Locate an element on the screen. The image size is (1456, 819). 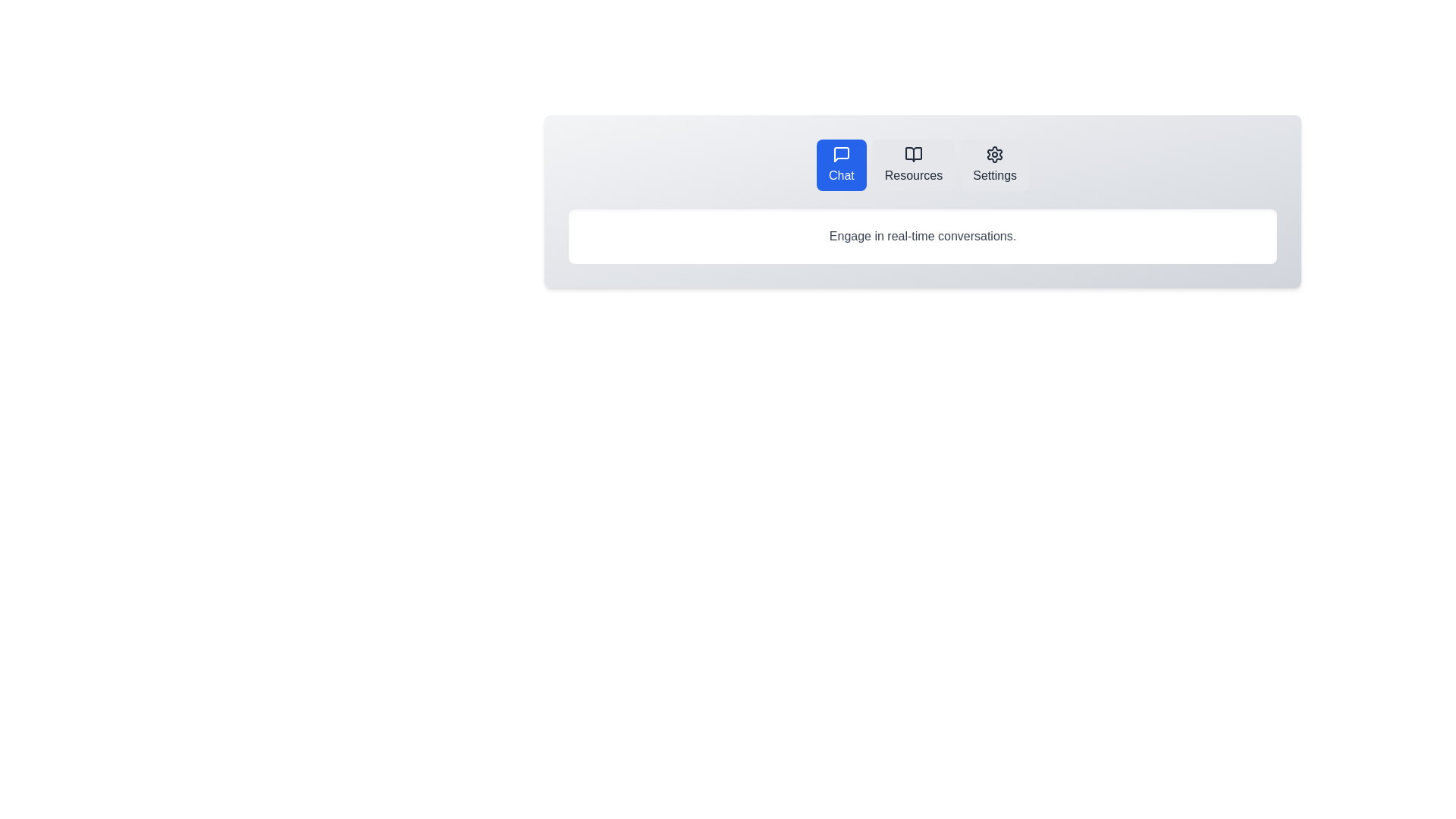
the static text element with the message 'Engage in real-time conversations.' which is displayed in a styled box with a white background and rounded corners, located below the buttons 'Chat,' 'Resources,' and 'Settings.' is located at coordinates (922, 237).